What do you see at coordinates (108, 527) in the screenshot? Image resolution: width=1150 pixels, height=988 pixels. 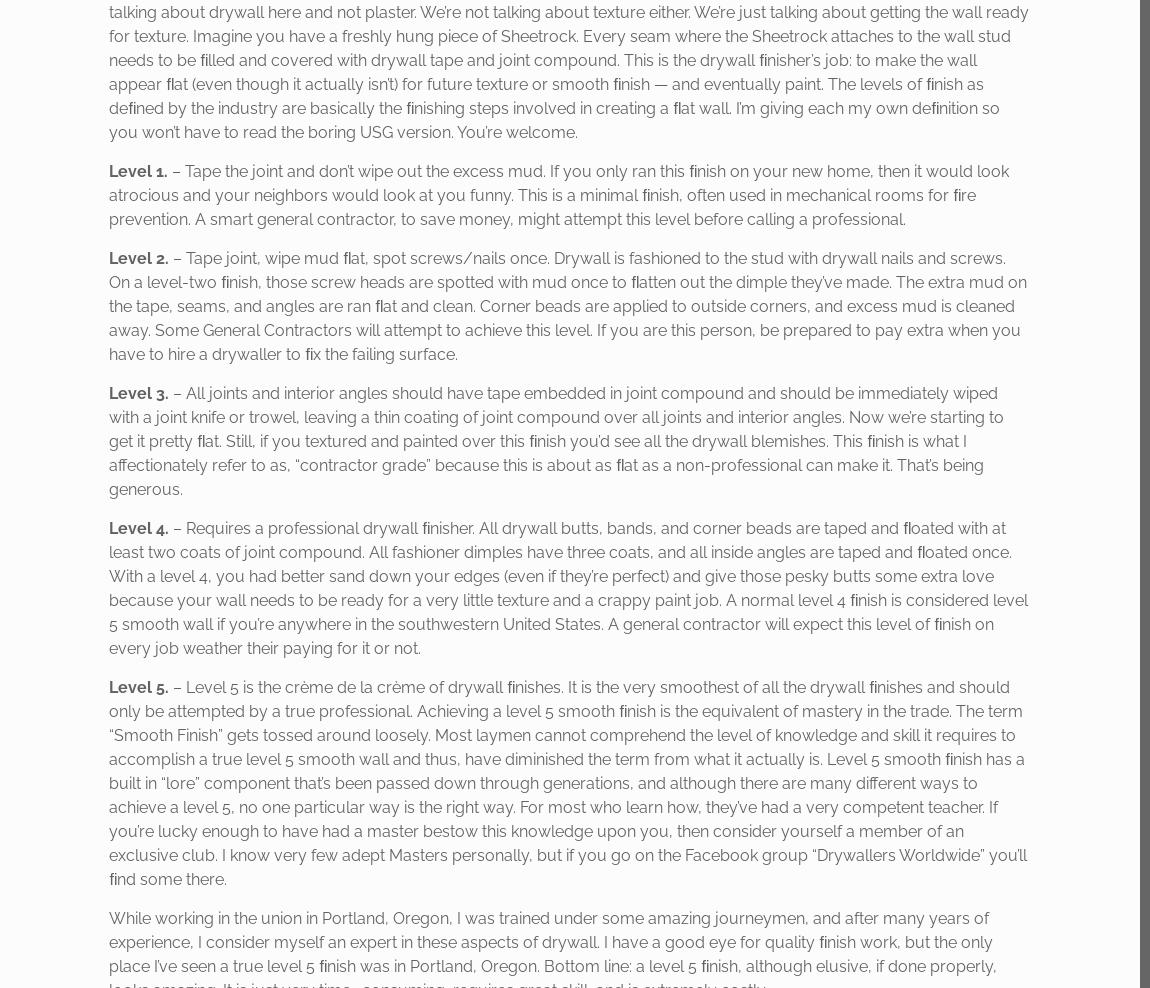 I see `'Level 4.'` at bounding box center [108, 527].